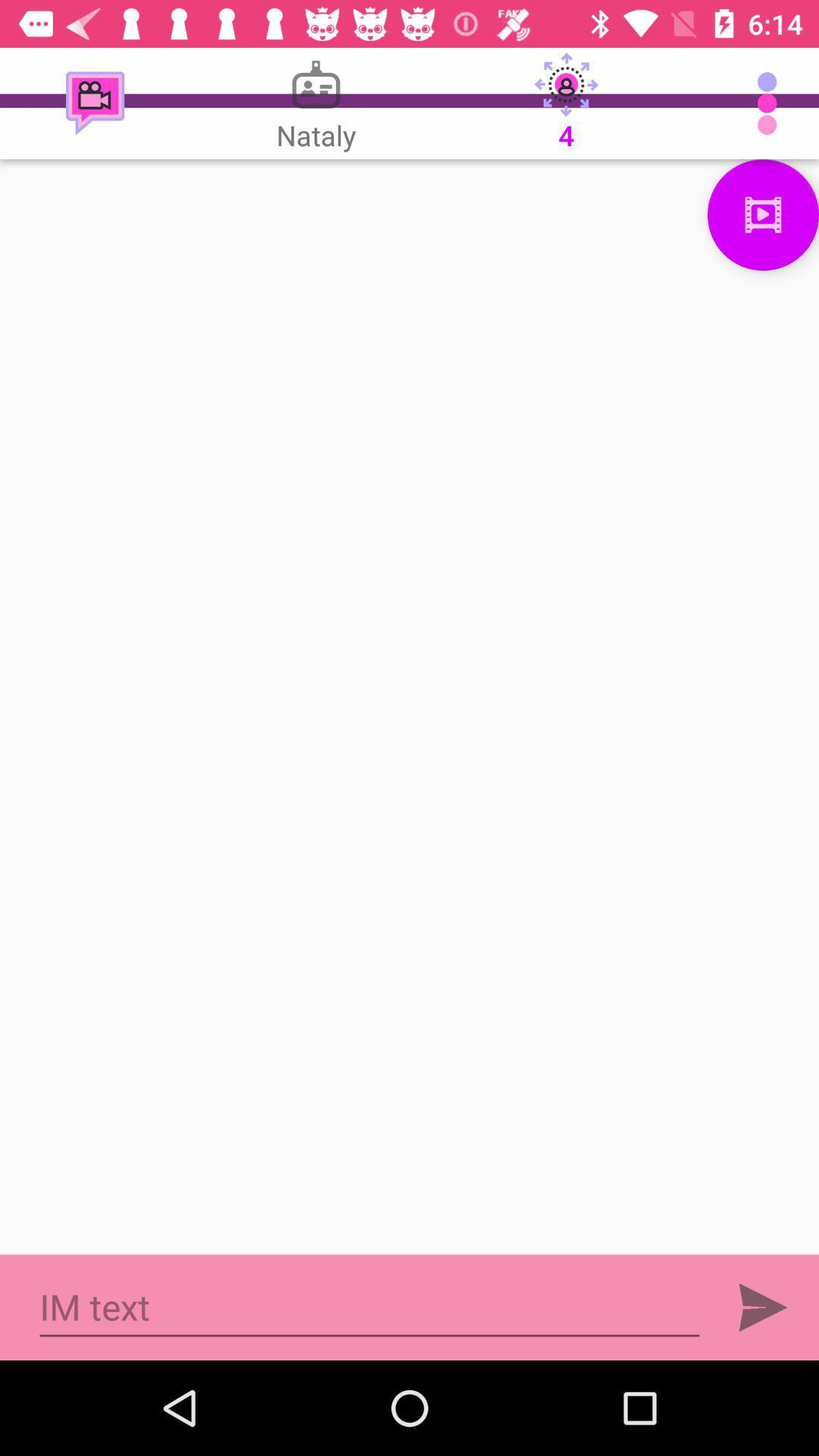 Image resolution: width=819 pixels, height=1456 pixels. What do you see at coordinates (763, 1307) in the screenshot?
I see `telegram` at bounding box center [763, 1307].